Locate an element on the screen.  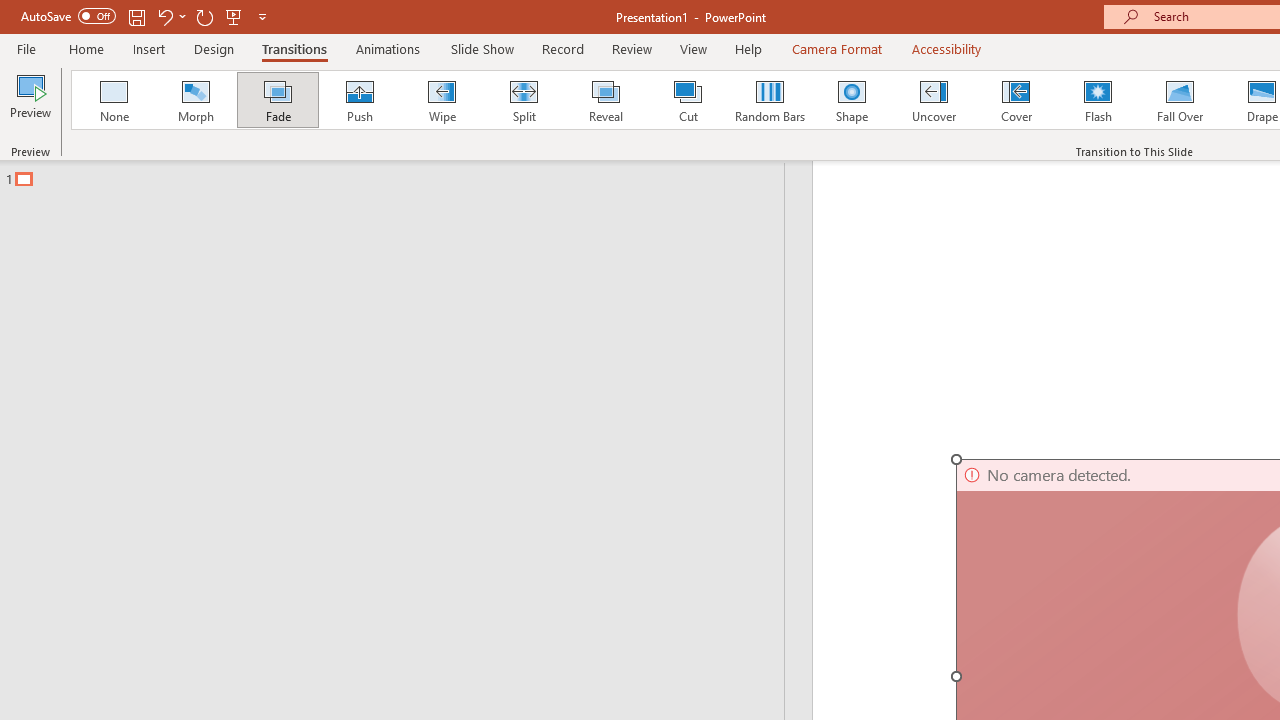
'Camera Format' is located at coordinates (837, 48).